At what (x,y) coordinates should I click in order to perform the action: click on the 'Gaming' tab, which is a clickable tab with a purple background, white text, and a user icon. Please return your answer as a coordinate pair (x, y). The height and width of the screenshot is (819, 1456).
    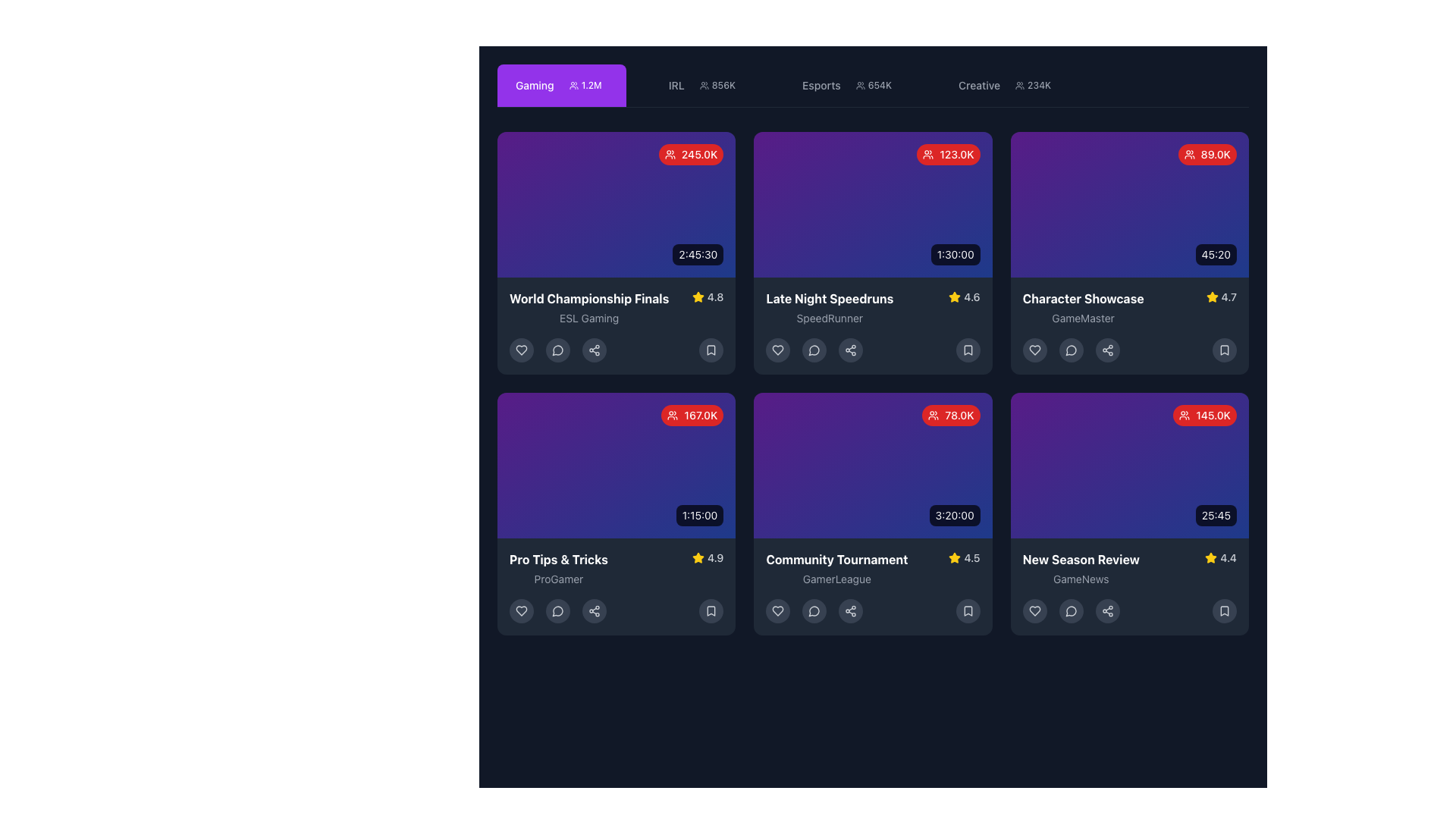
    Looking at the image, I should click on (560, 85).